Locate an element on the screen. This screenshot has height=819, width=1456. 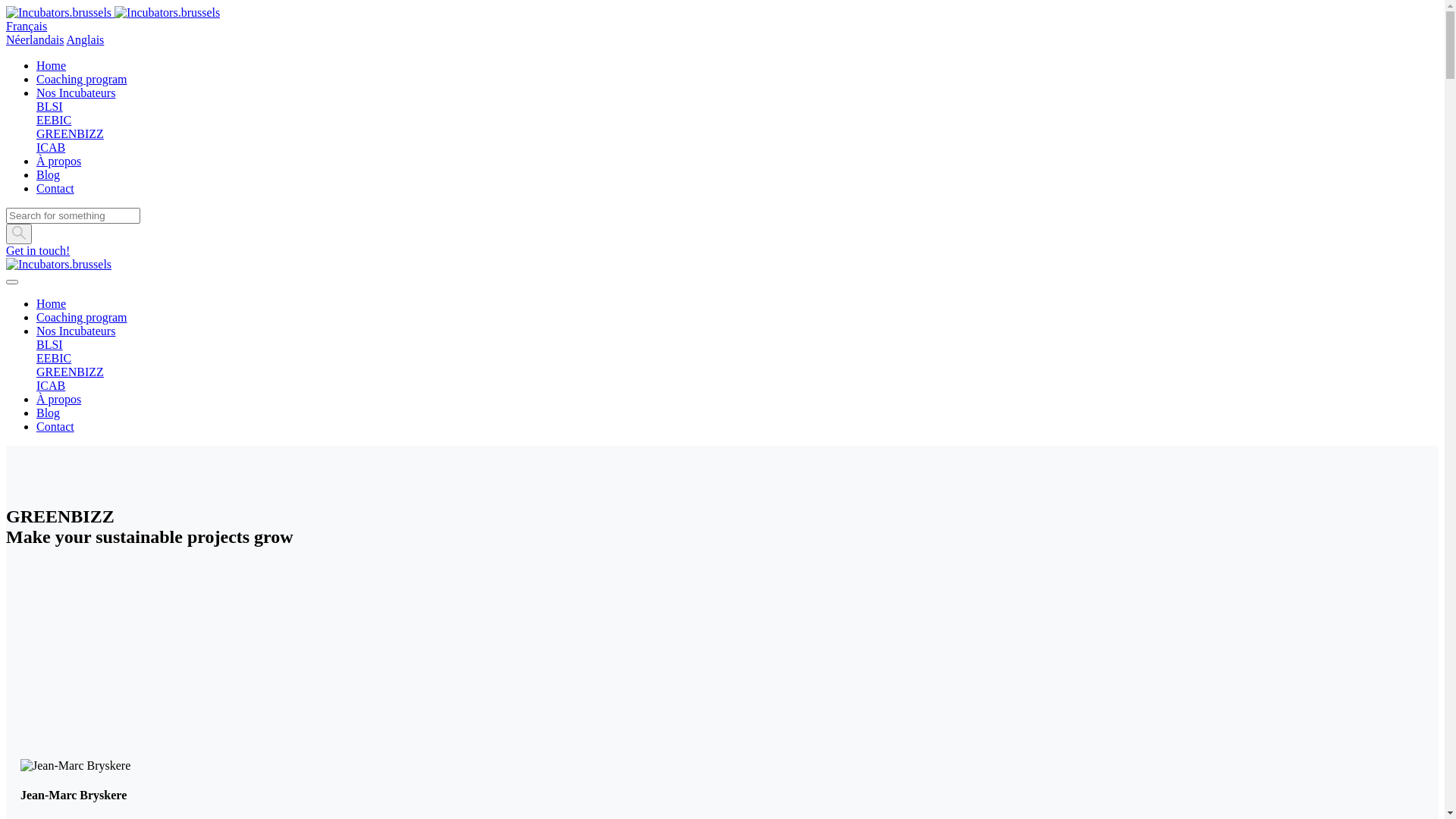
'Shape' is located at coordinates (18, 234).